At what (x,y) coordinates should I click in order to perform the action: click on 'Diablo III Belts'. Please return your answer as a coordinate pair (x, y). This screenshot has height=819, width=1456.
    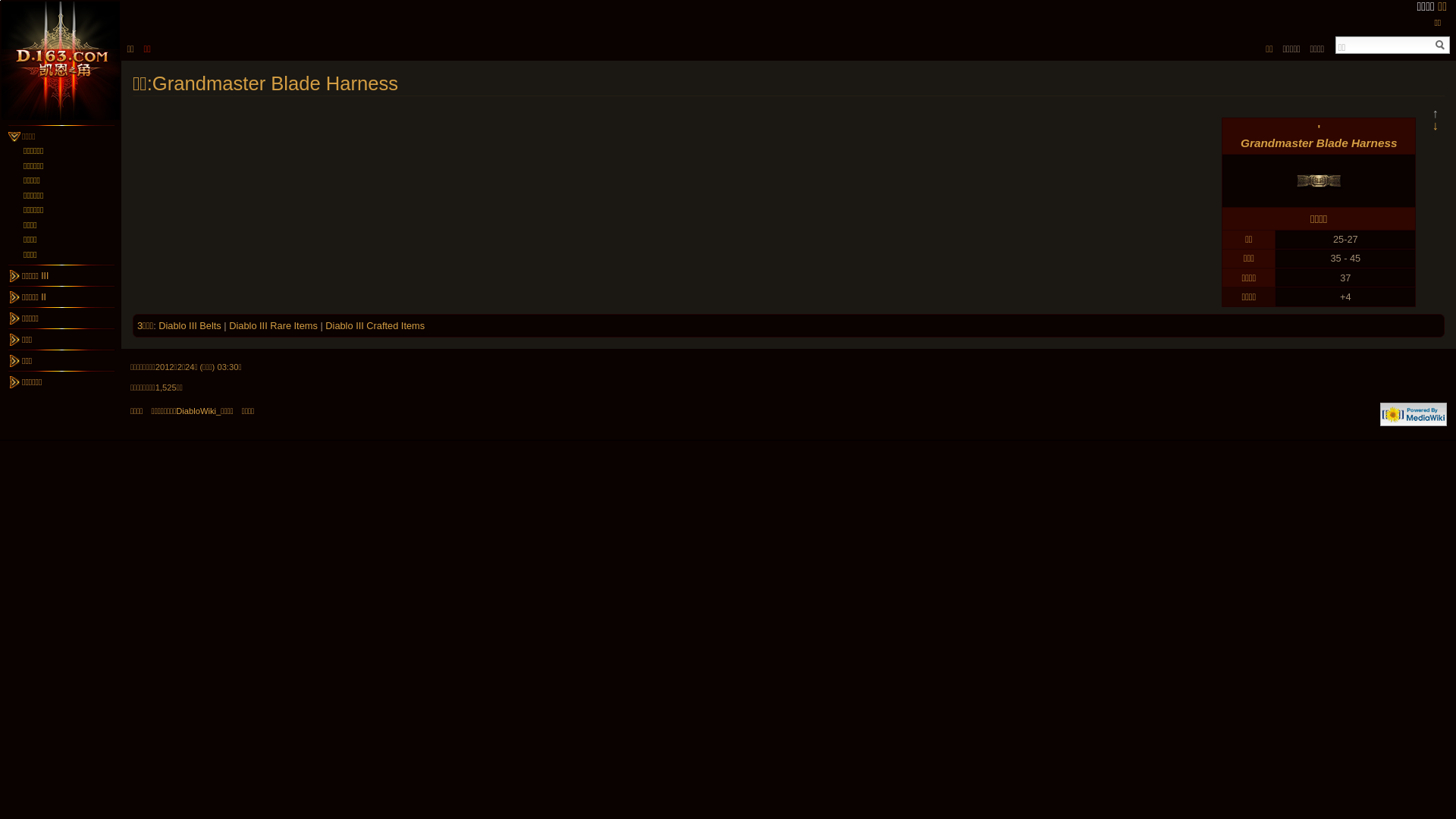
    Looking at the image, I should click on (189, 325).